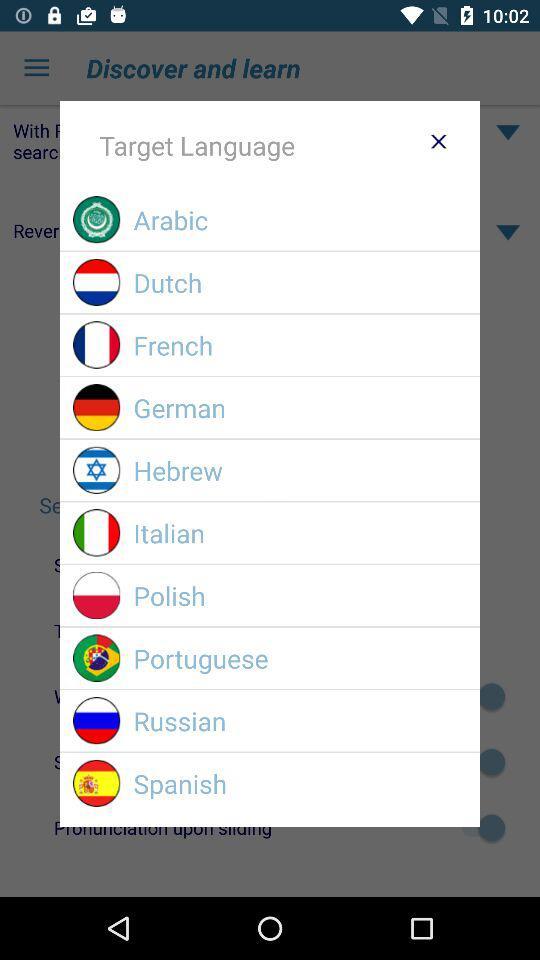 This screenshot has height=960, width=540. What do you see at coordinates (299, 532) in the screenshot?
I see `icon below the hebrew icon` at bounding box center [299, 532].